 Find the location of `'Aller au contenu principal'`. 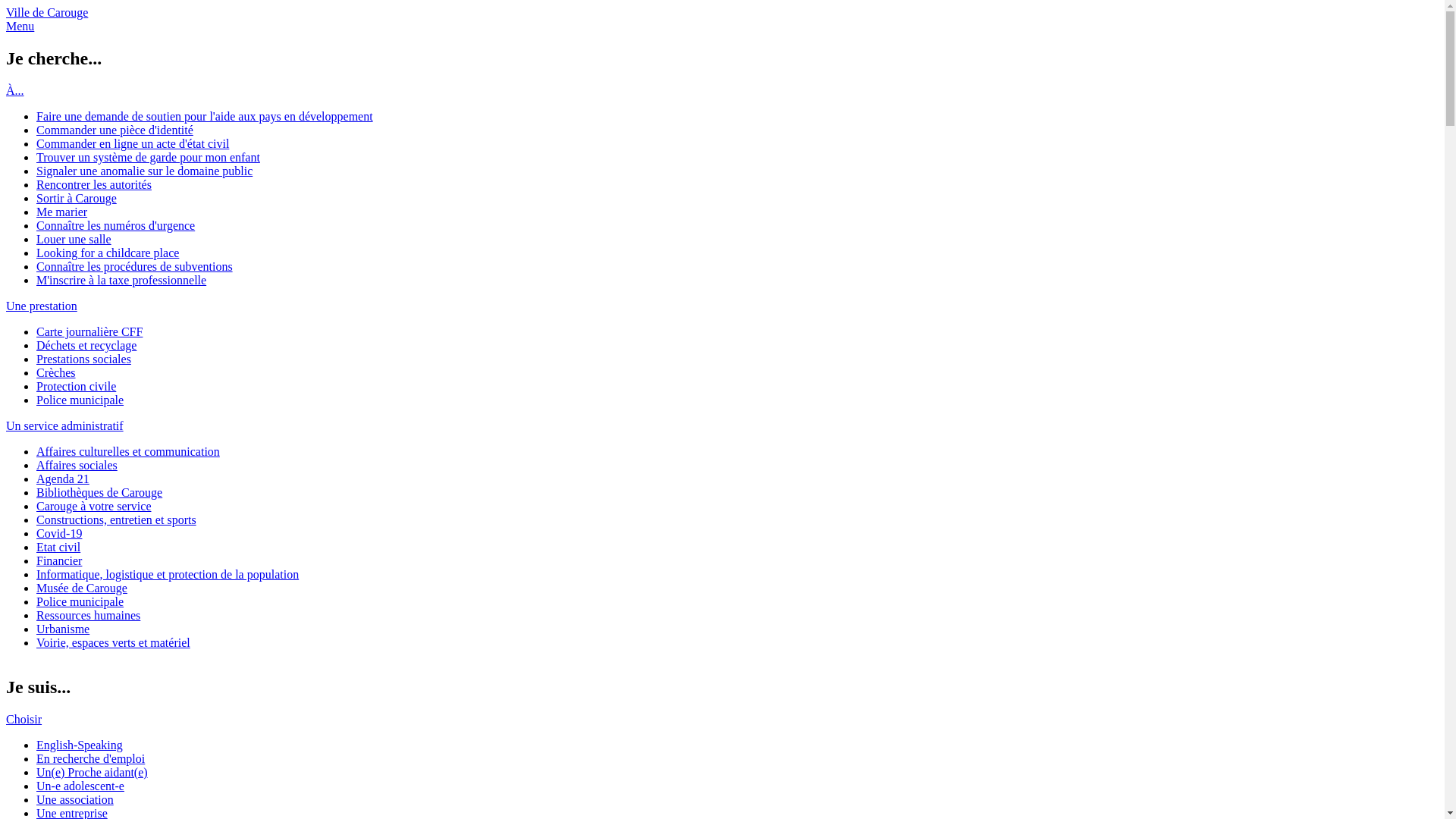

'Aller au contenu principal' is located at coordinates (68, 6).